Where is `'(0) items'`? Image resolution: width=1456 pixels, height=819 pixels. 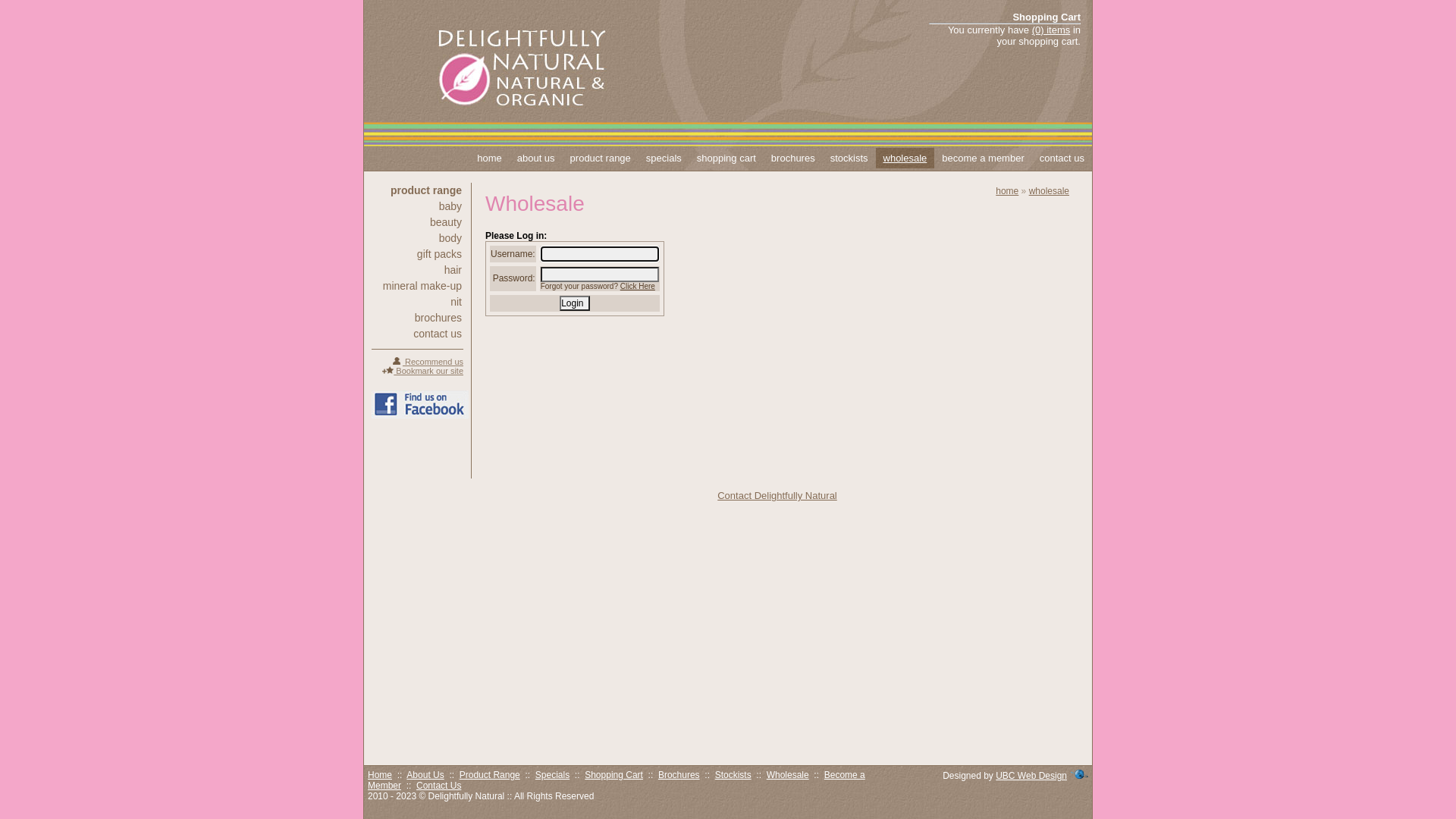
'(0) items' is located at coordinates (1031, 30).